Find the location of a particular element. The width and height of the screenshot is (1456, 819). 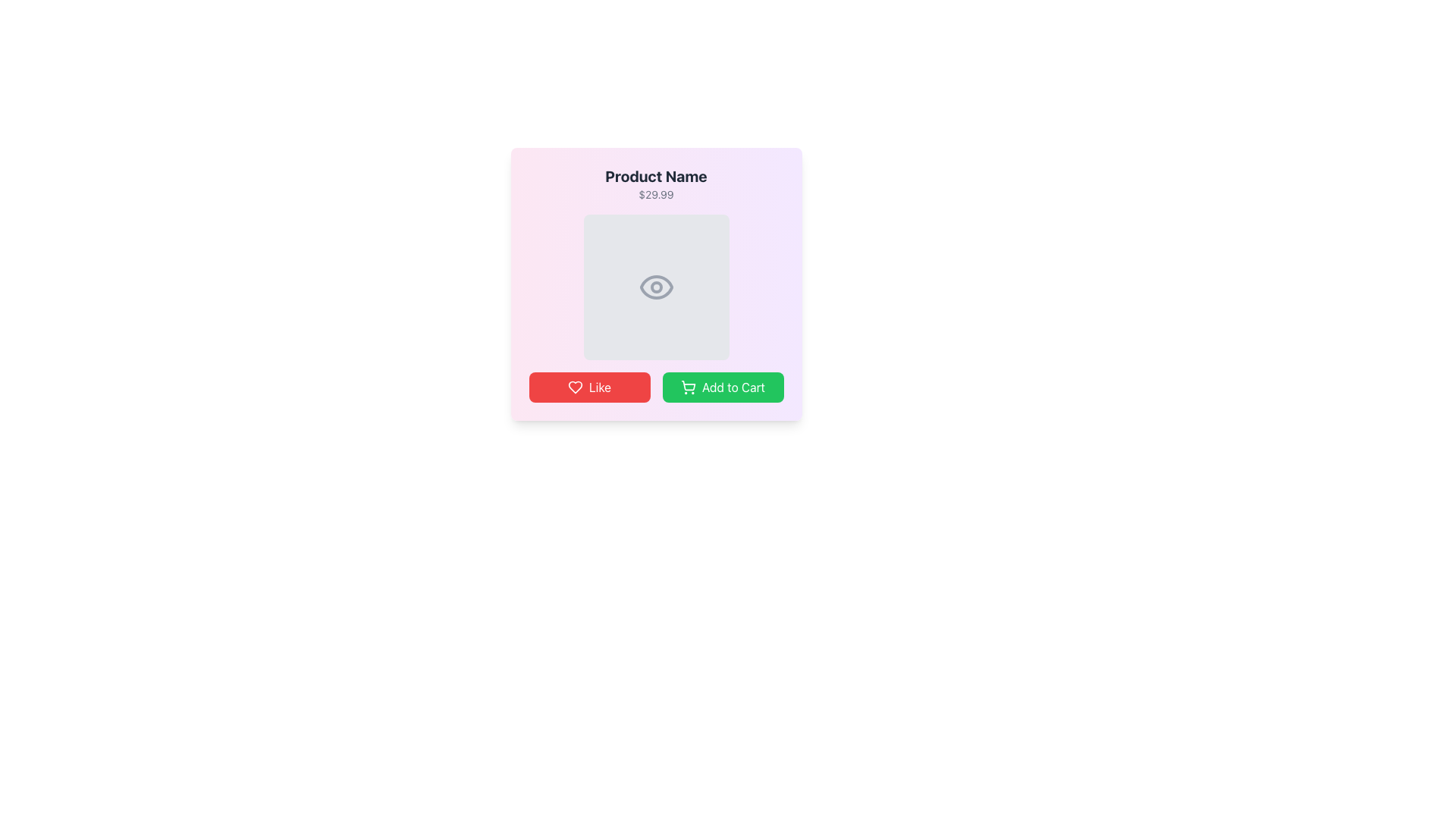

the green 'Add to Cart' button containing the text, which is located at the bottom right of the product card interface is located at coordinates (733, 386).